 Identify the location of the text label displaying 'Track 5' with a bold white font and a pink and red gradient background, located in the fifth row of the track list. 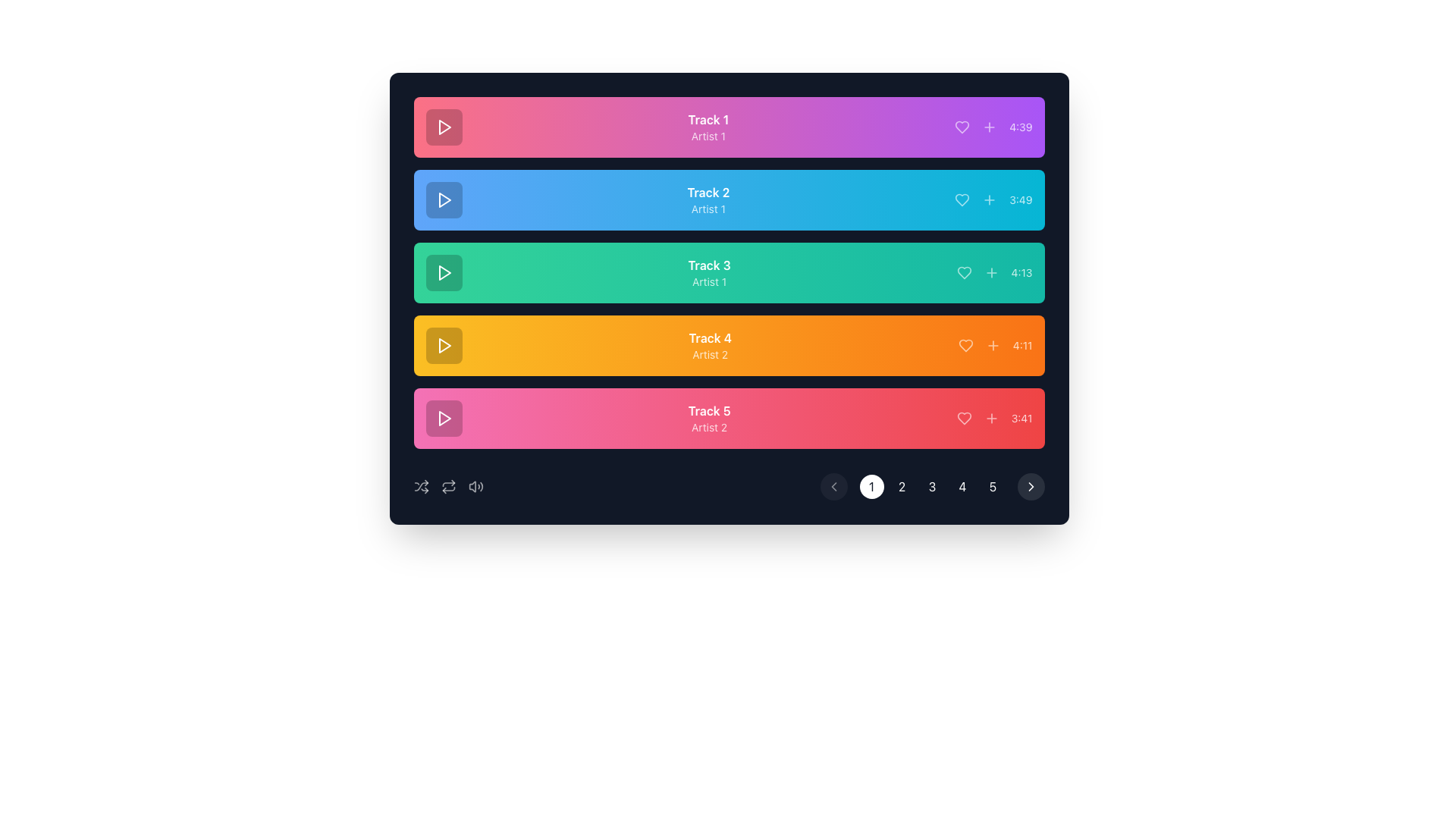
(708, 411).